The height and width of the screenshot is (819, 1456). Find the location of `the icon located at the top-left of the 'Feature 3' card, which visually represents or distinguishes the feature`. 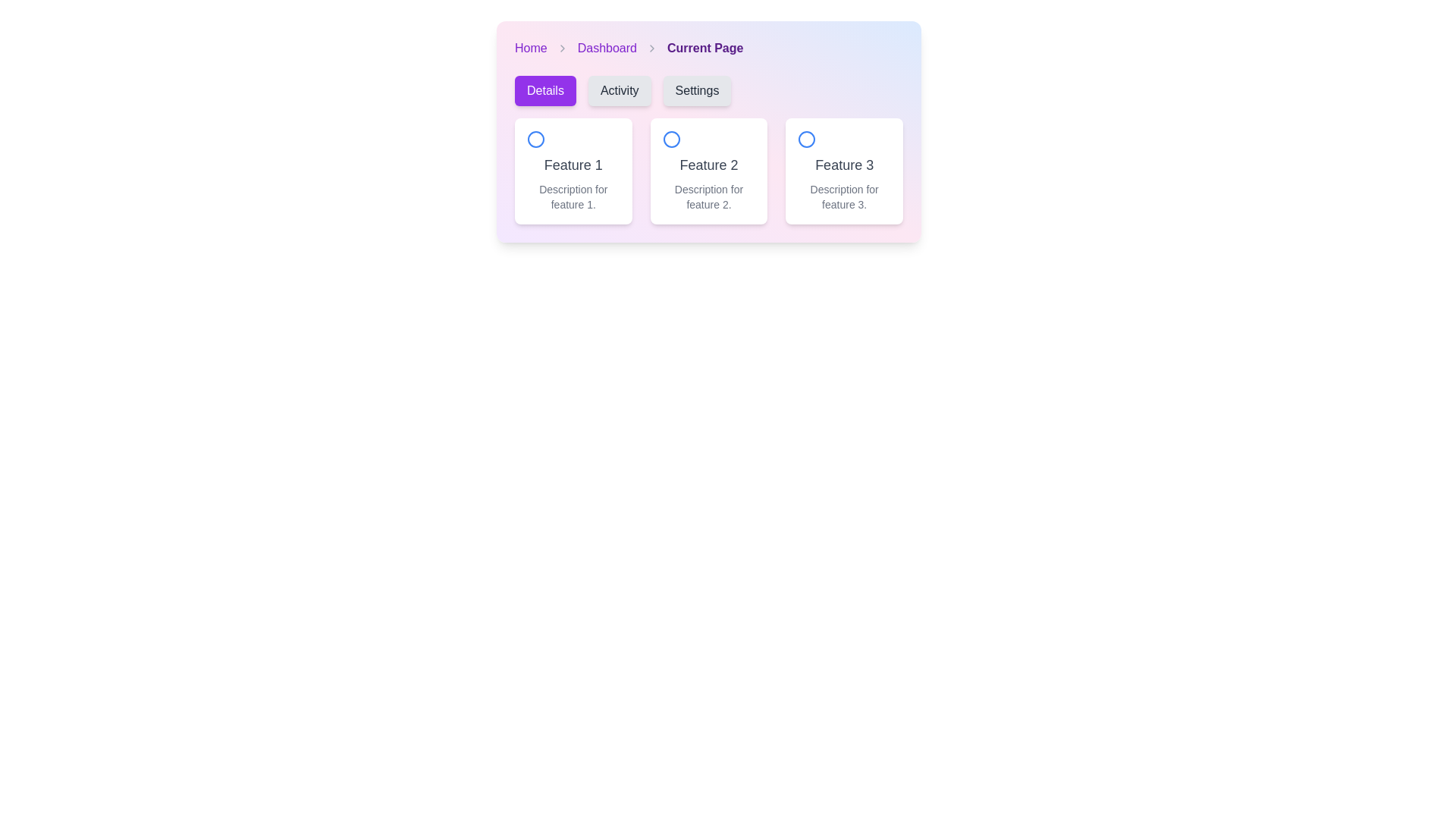

the icon located at the top-left of the 'Feature 3' card, which visually represents or distinguishes the feature is located at coordinates (806, 140).